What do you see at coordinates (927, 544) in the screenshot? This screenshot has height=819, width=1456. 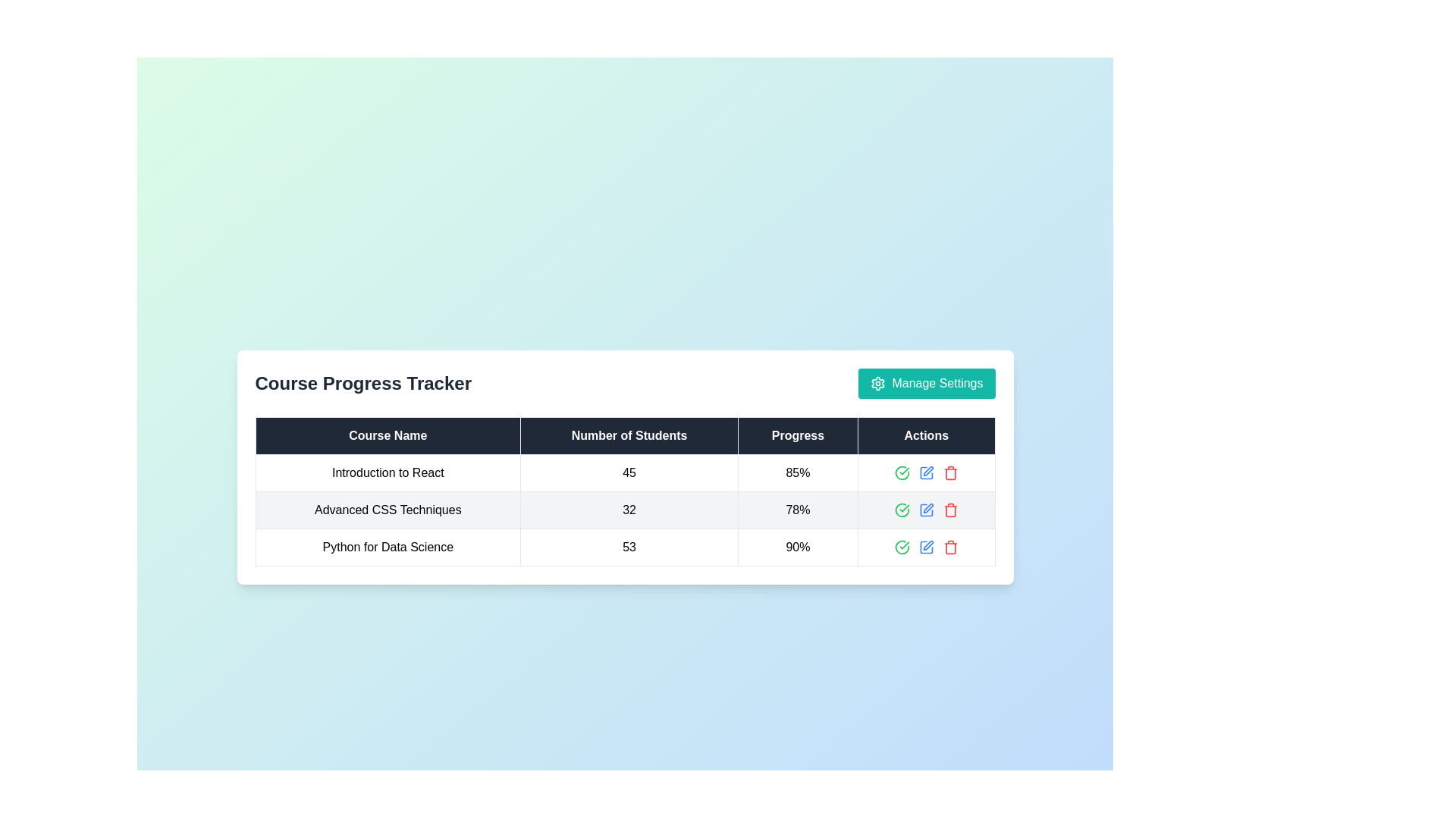 I see `the pen icon located in the 'Actions' column of the third row of the table` at bounding box center [927, 544].